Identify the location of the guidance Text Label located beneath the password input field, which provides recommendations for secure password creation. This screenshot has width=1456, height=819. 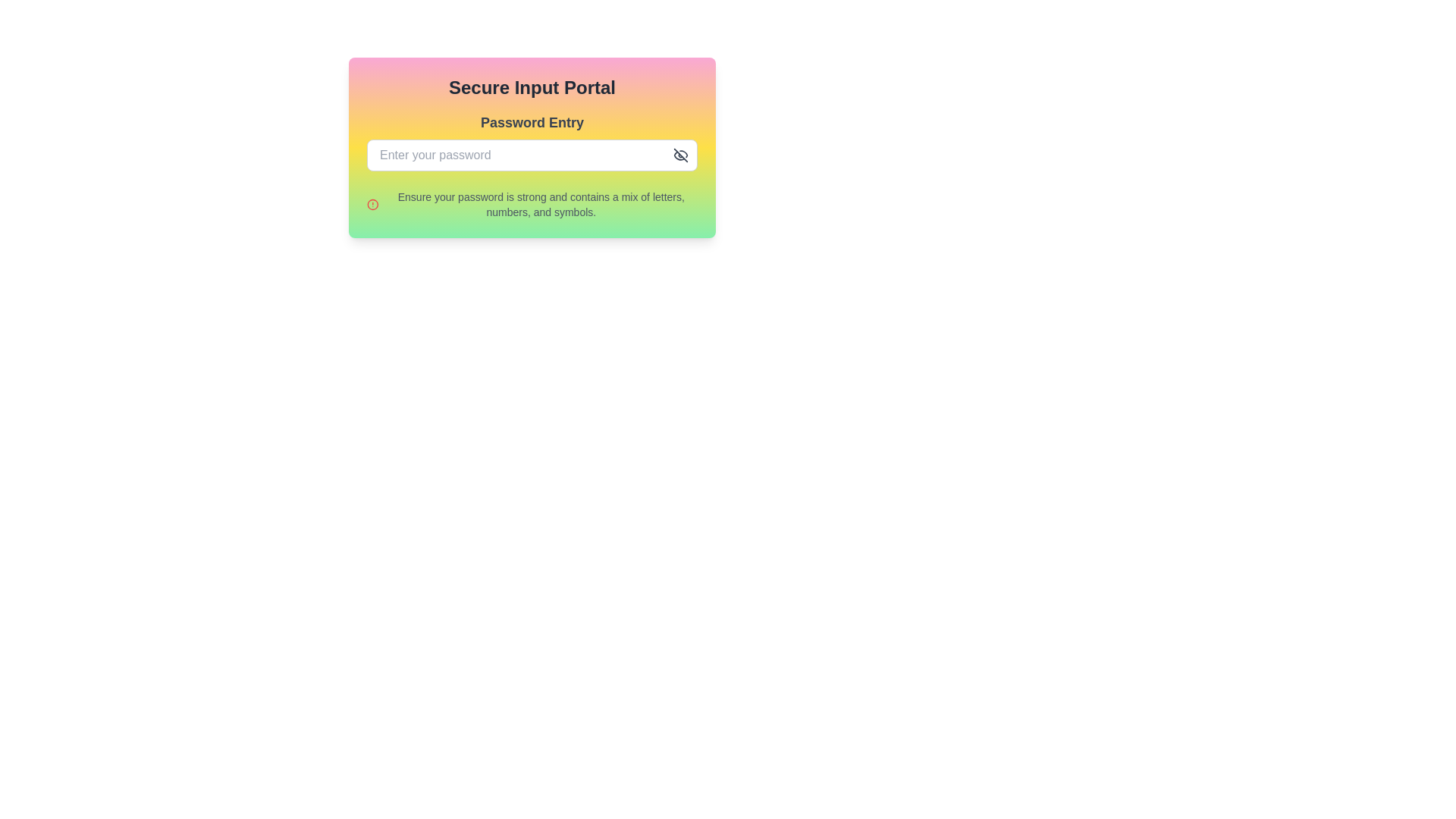
(541, 205).